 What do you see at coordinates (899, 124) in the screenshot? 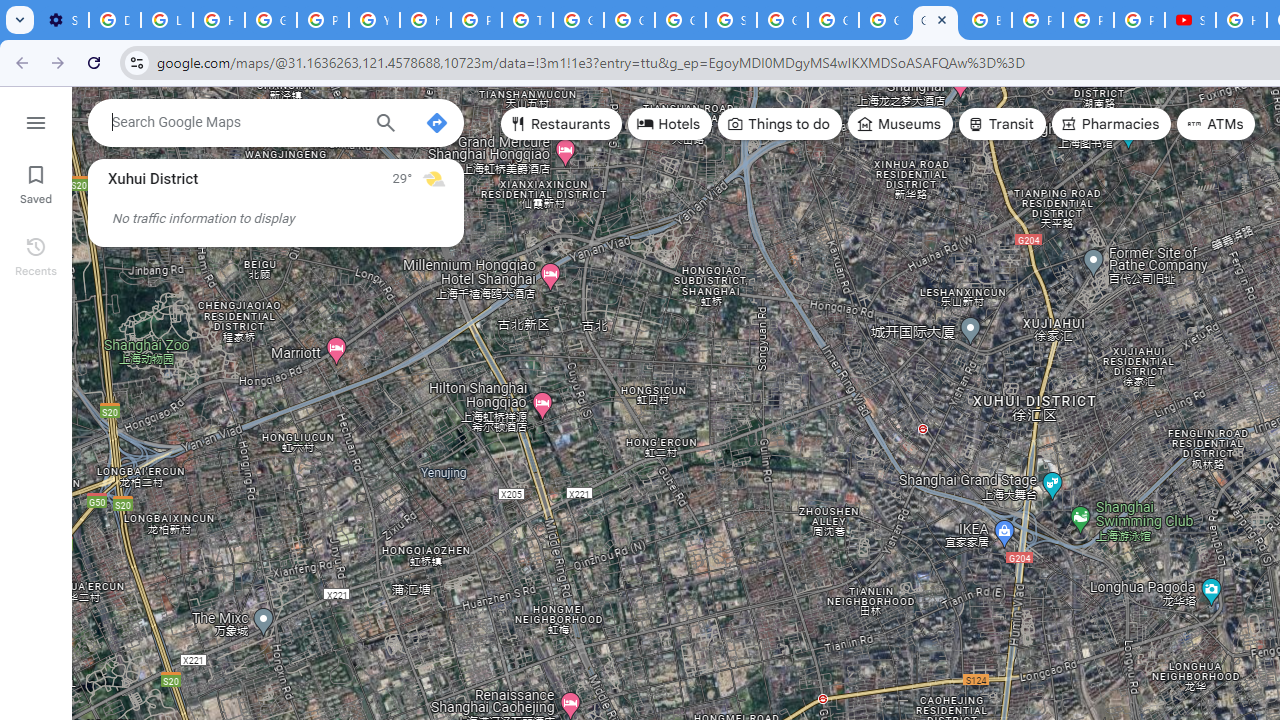
I see `'Museums'` at bounding box center [899, 124].